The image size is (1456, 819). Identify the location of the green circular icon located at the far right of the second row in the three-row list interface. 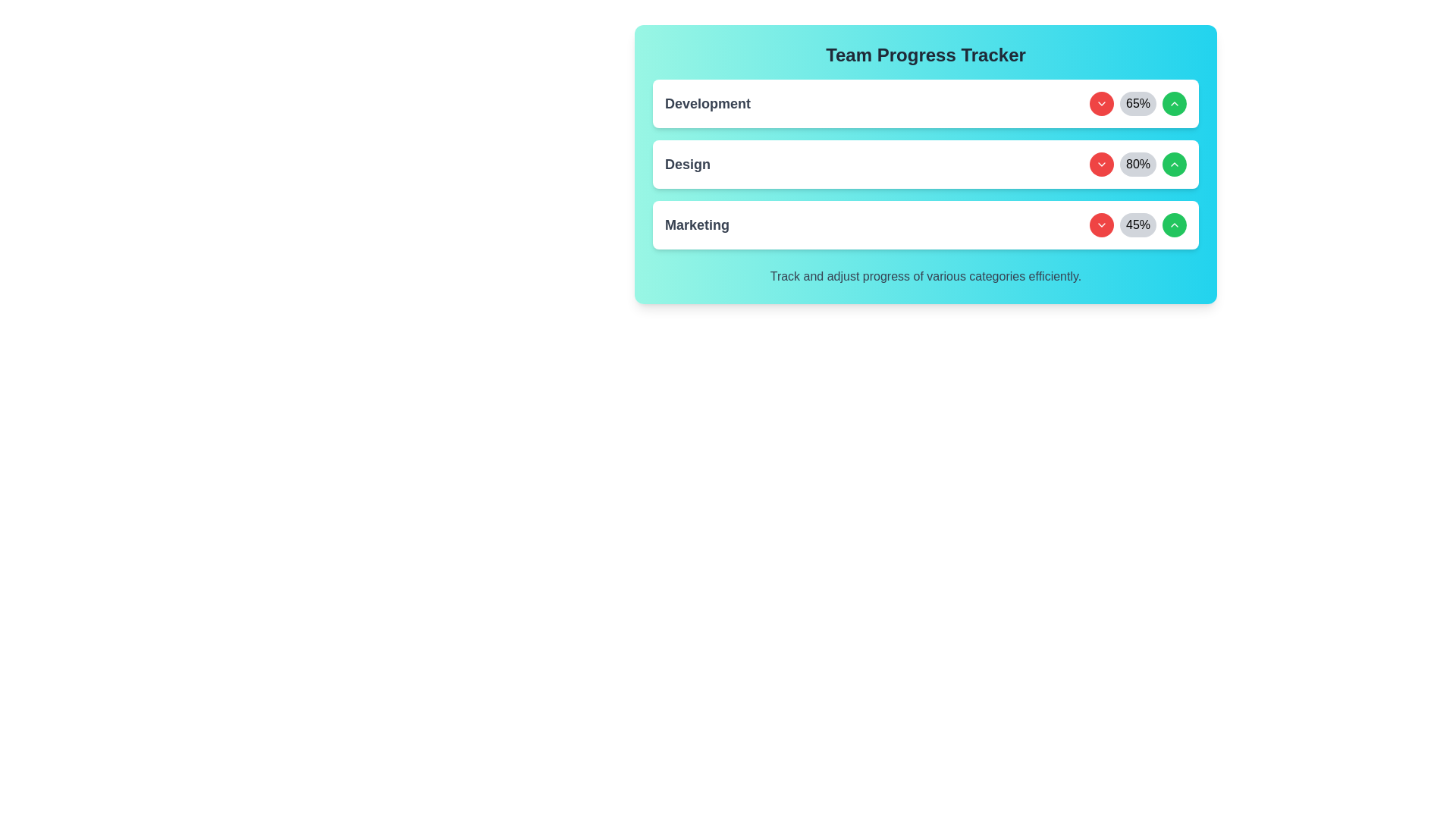
(1174, 164).